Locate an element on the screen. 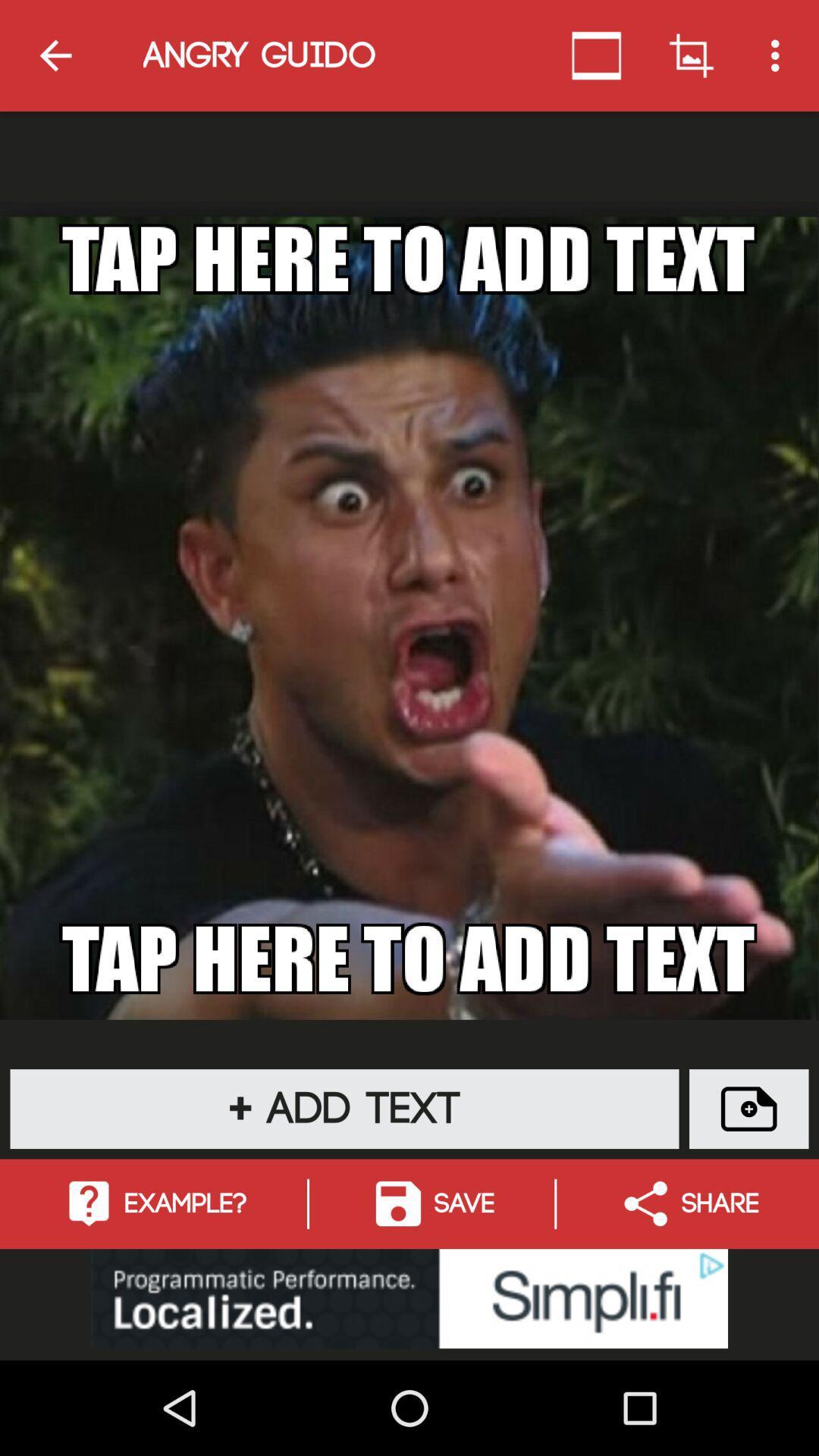 The height and width of the screenshot is (1456, 819). advertisement is located at coordinates (409, 1298).